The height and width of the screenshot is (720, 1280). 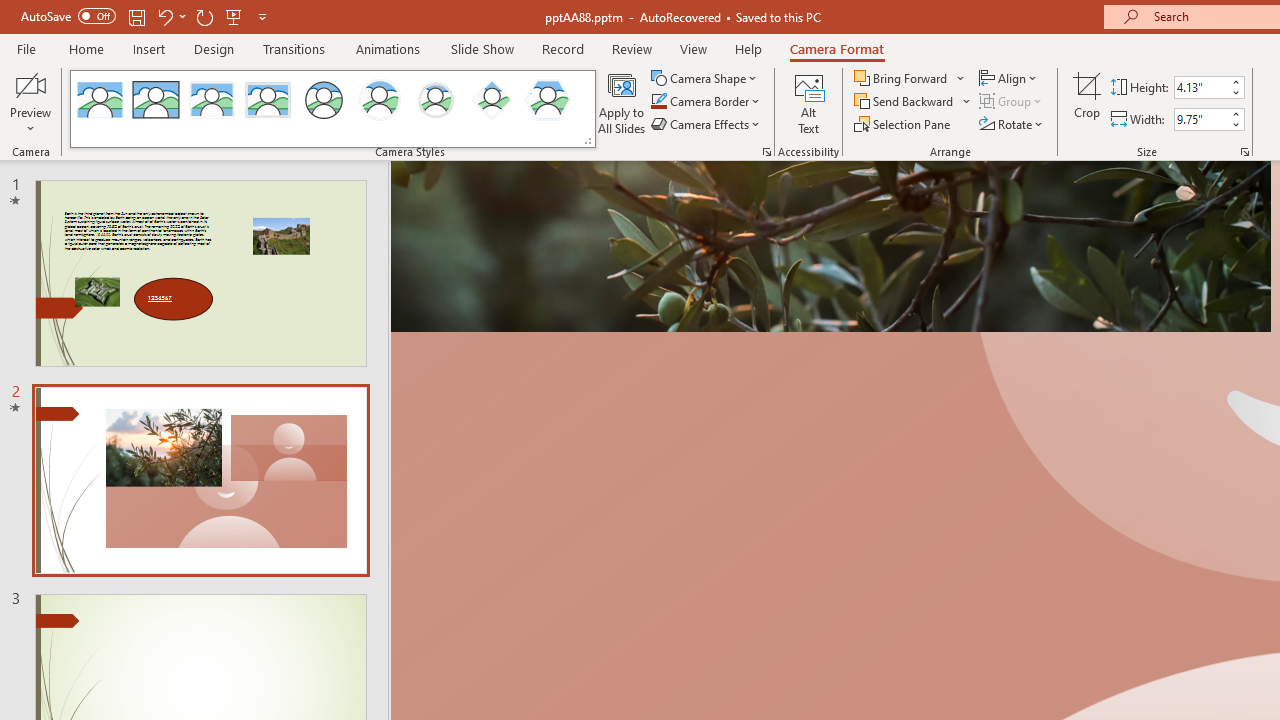 I want to click on 'Camera Effects', so click(x=707, y=124).